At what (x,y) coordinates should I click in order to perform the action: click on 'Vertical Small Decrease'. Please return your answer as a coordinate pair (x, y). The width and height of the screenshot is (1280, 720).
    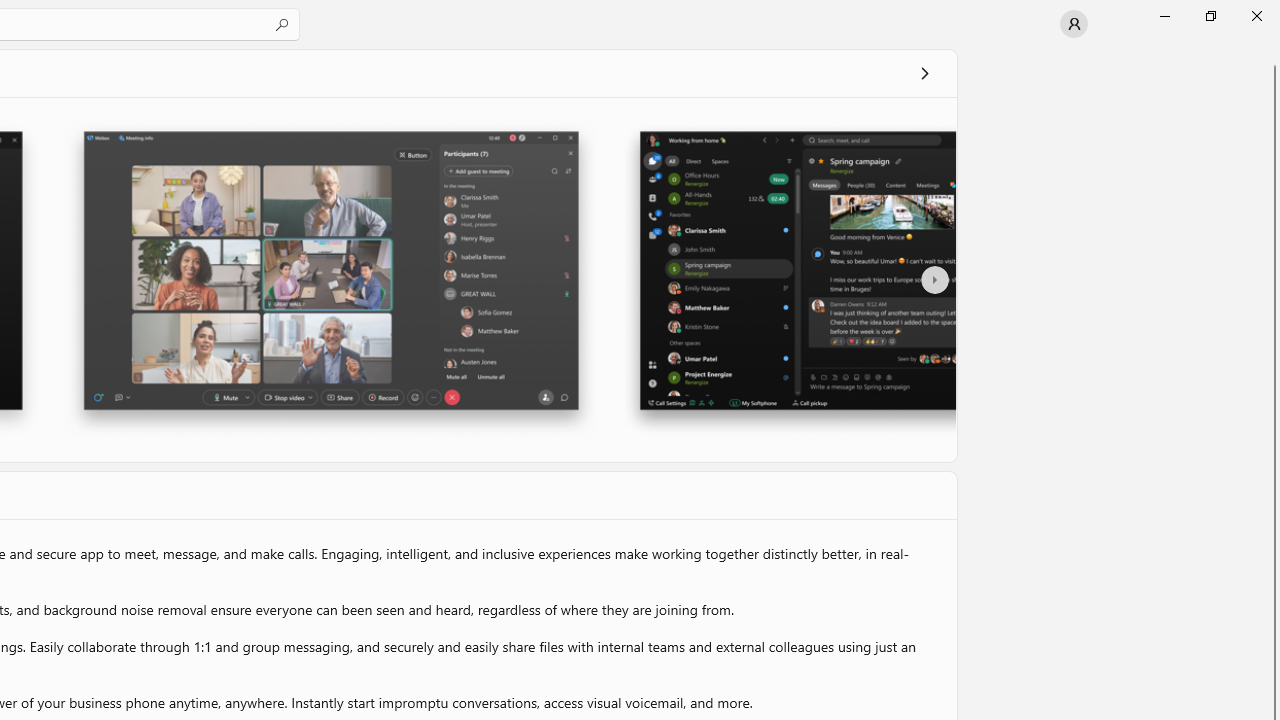
    Looking at the image, I should click on (1271, 54).